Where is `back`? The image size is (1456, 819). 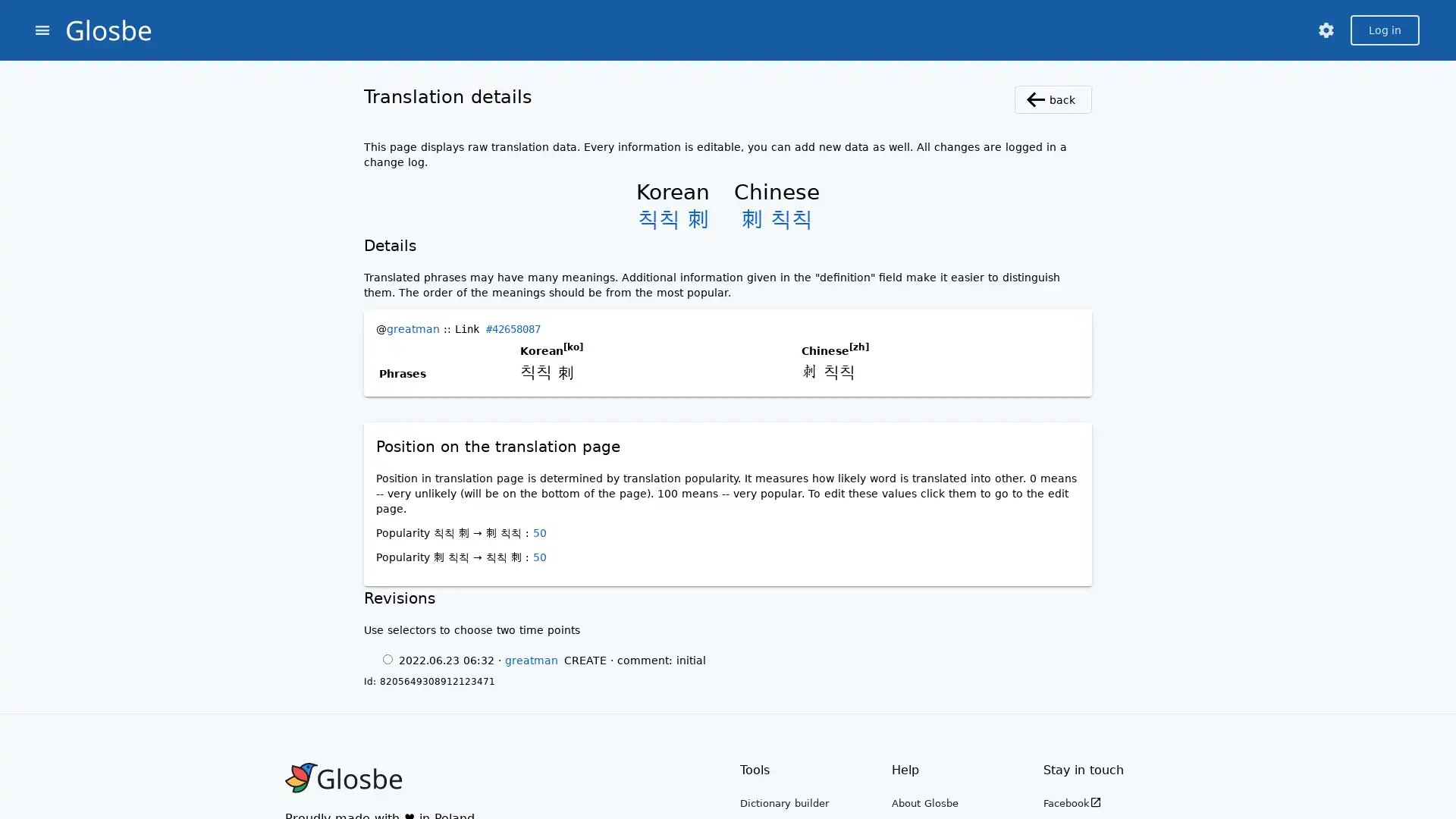 back is located at coordinates (1052, 99).